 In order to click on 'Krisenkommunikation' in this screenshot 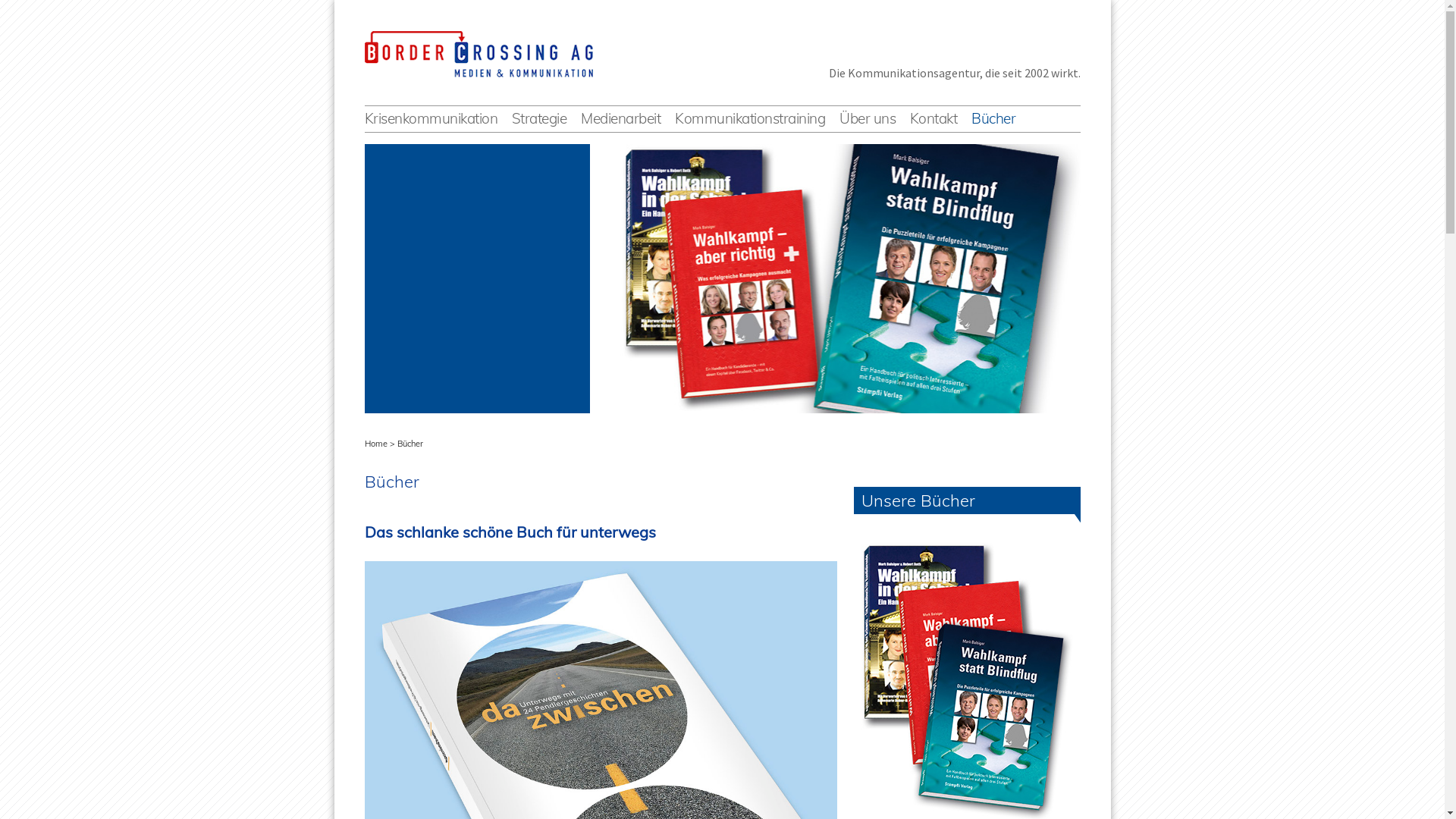, I will do `click(364, 118)`.